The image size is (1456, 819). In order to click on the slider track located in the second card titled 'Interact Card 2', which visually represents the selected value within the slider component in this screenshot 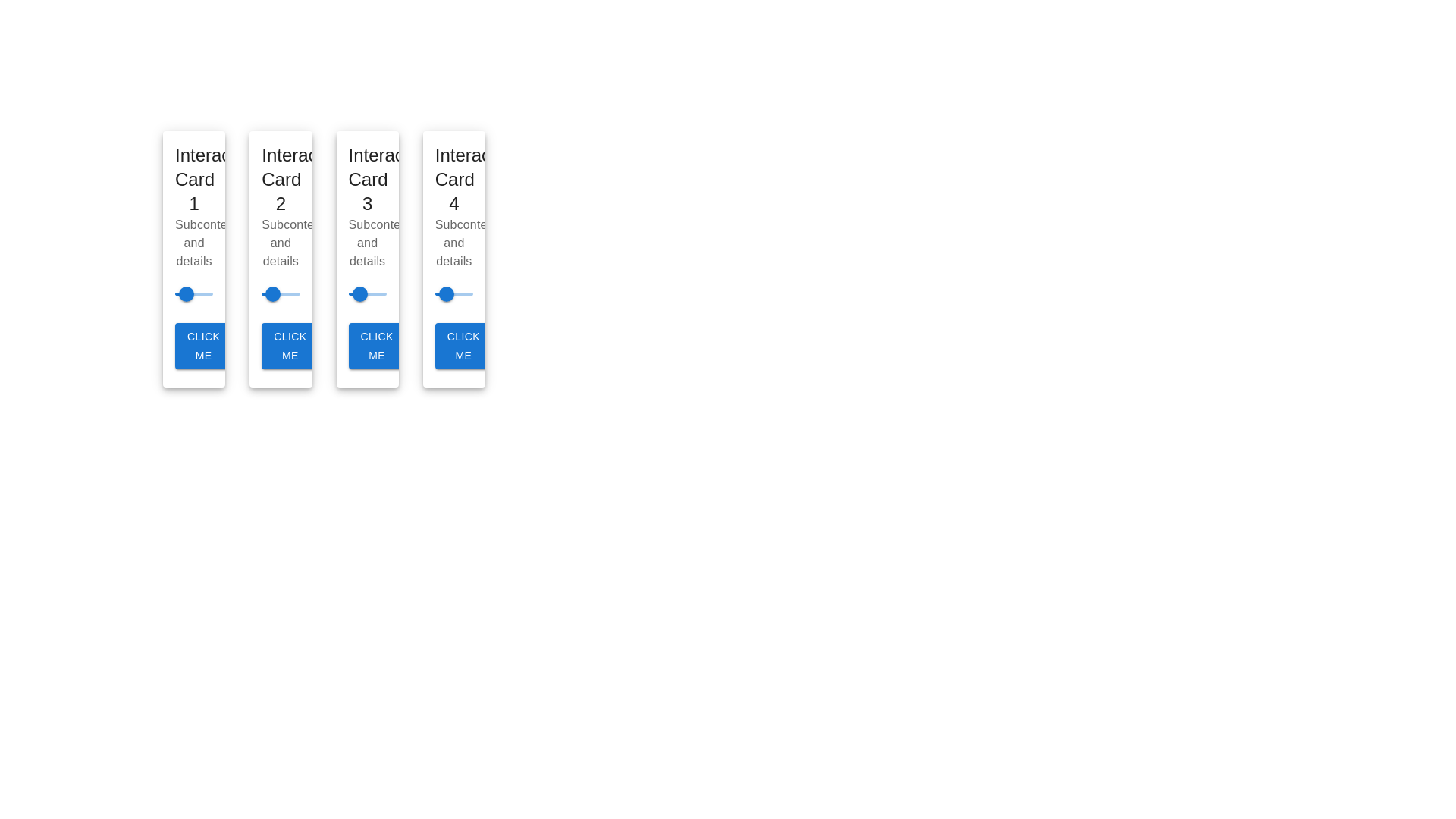, I will do `click(267, 294)`.